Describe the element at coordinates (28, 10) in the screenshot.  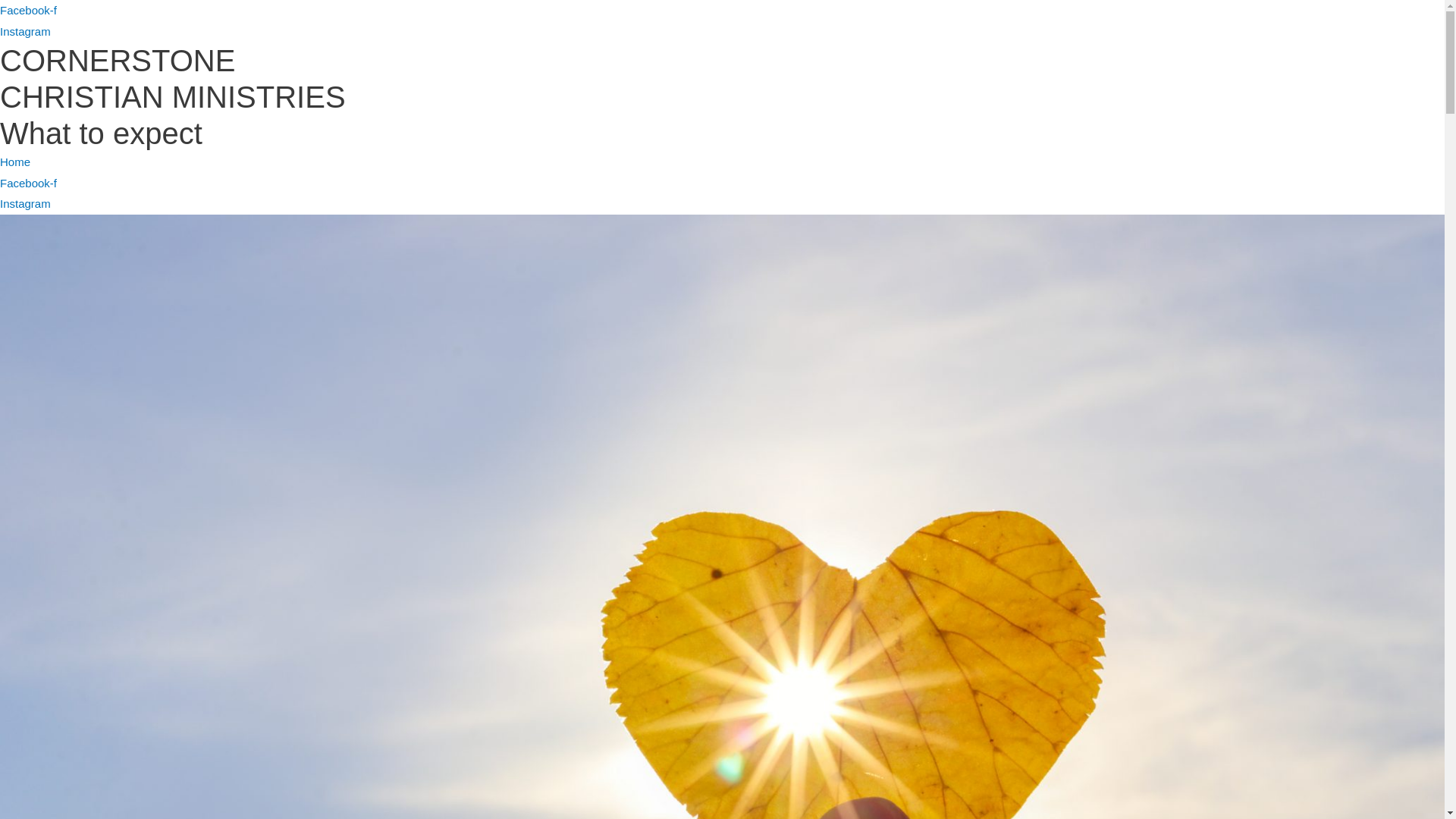
I see `'Facebook-f'` at that location.